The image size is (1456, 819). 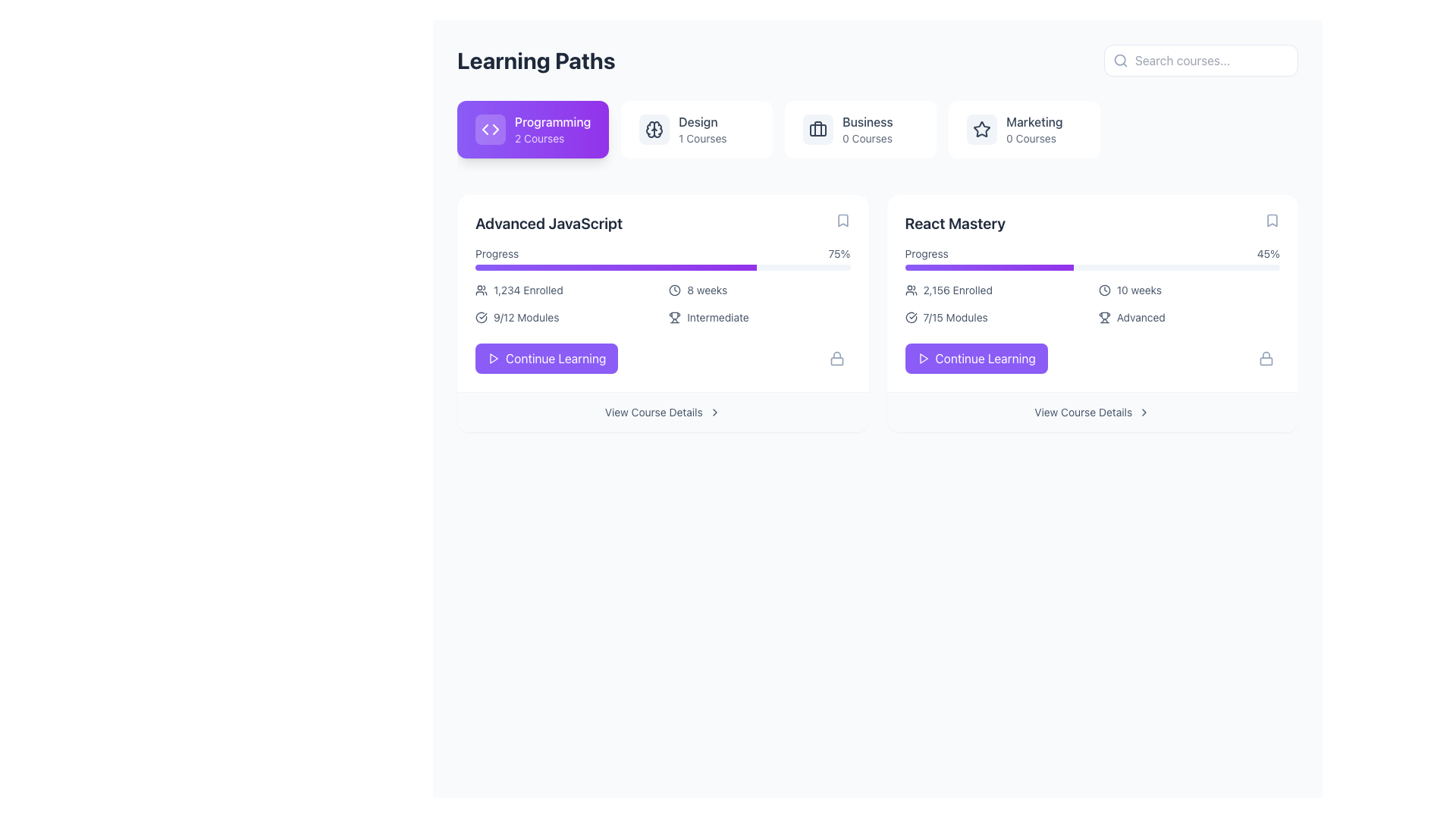 What do you see at coordinates (1272, 220) in the screenshot?
I see `the bookmark icon button in the top-right corner of the 'React Mastery' course card to bookmark the course` at bounding box center [1272, 220].